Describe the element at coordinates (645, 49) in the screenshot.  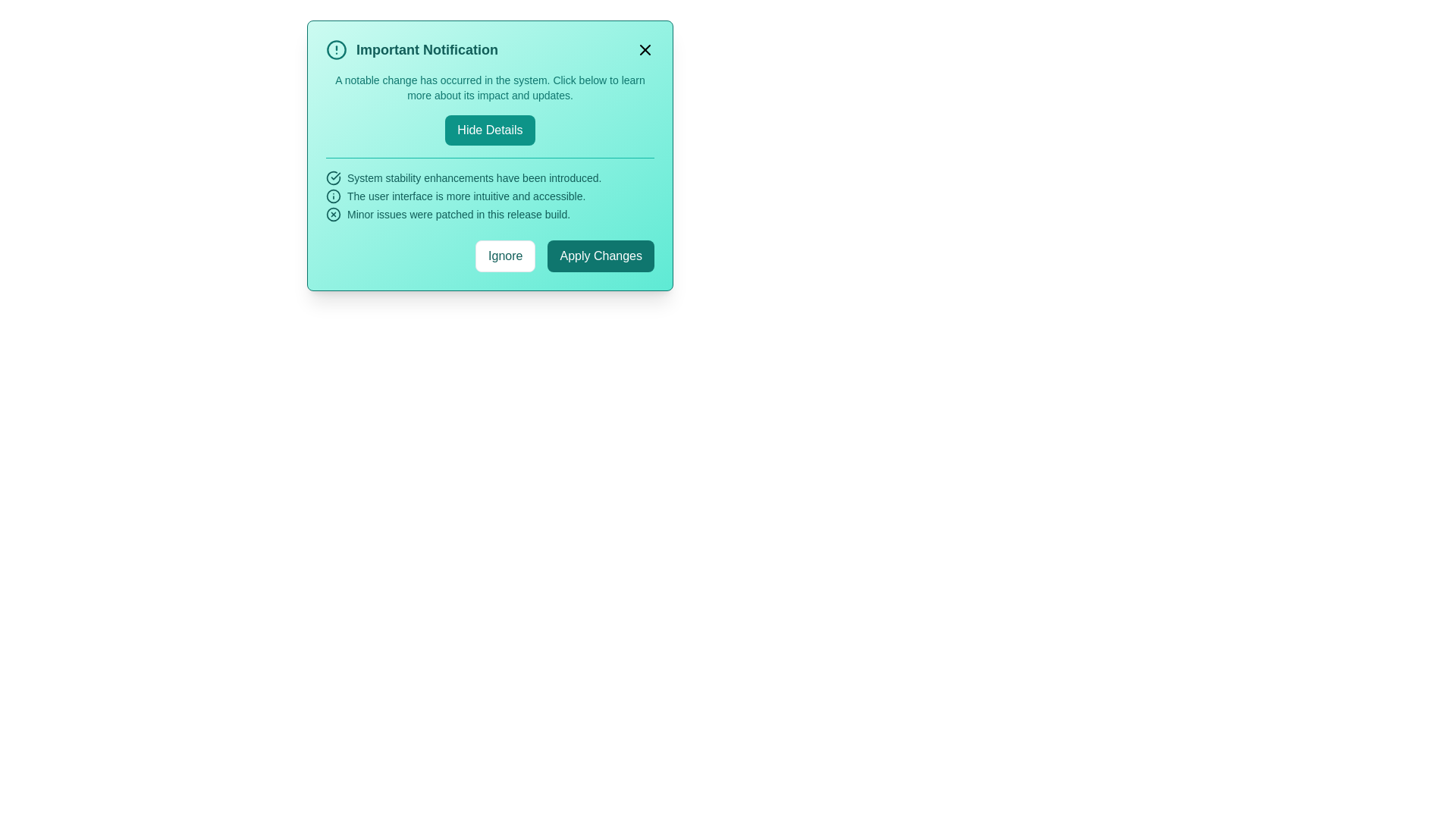
I see `the close button located` at that location.